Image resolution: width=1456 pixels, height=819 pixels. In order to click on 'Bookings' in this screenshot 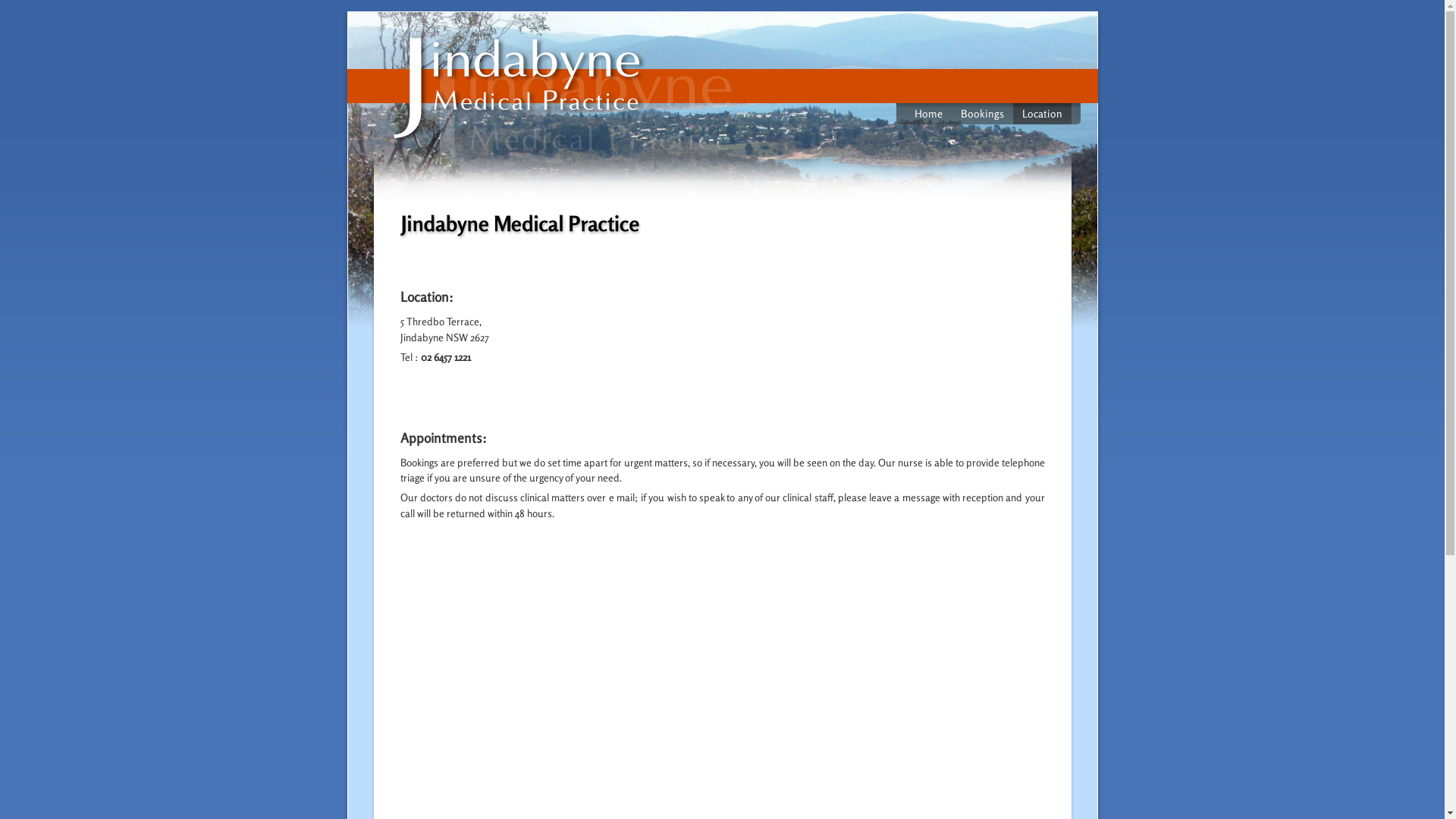, I will do `click(981, 113)`.